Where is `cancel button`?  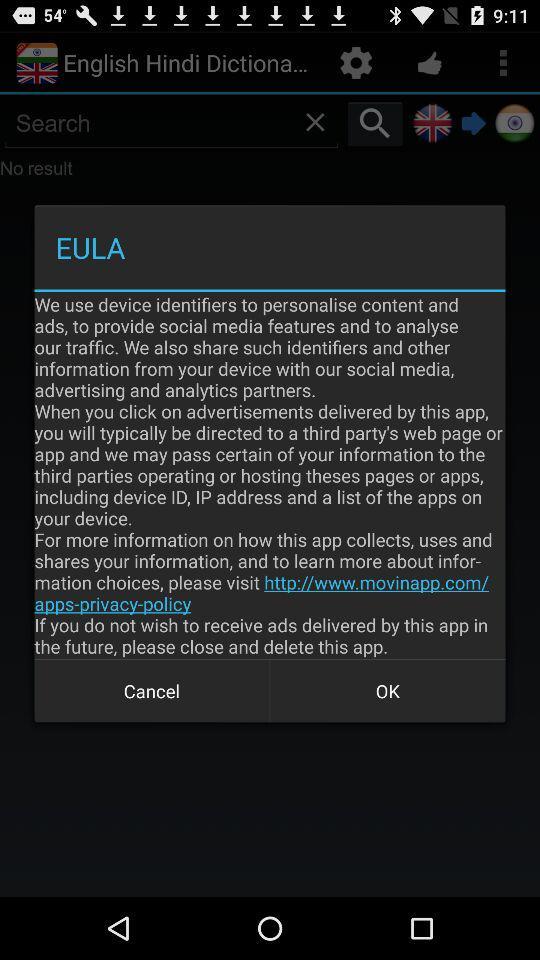
cancel button is located at coordinates (151, 691).